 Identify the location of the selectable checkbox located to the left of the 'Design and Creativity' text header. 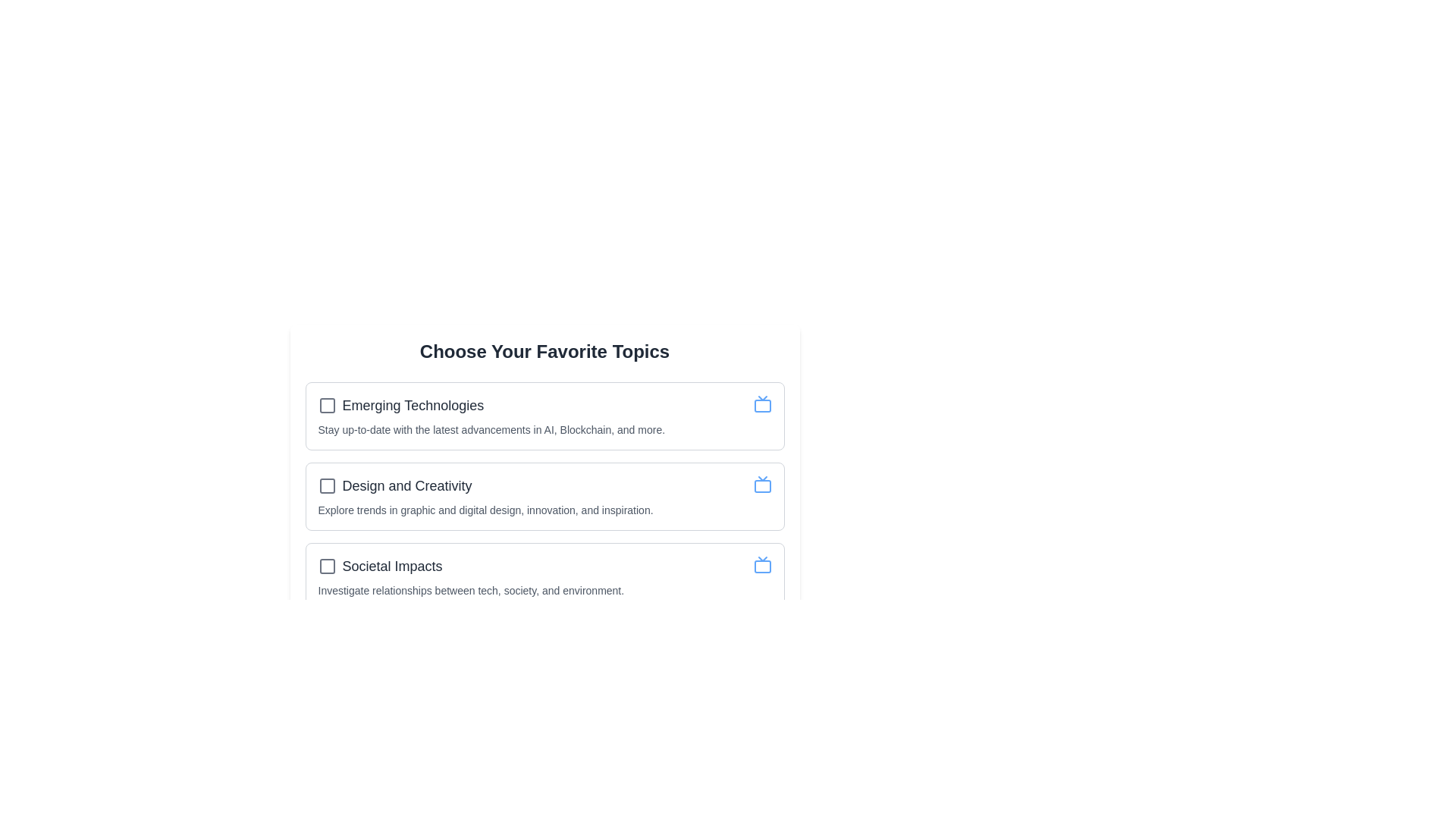
(326, 485).